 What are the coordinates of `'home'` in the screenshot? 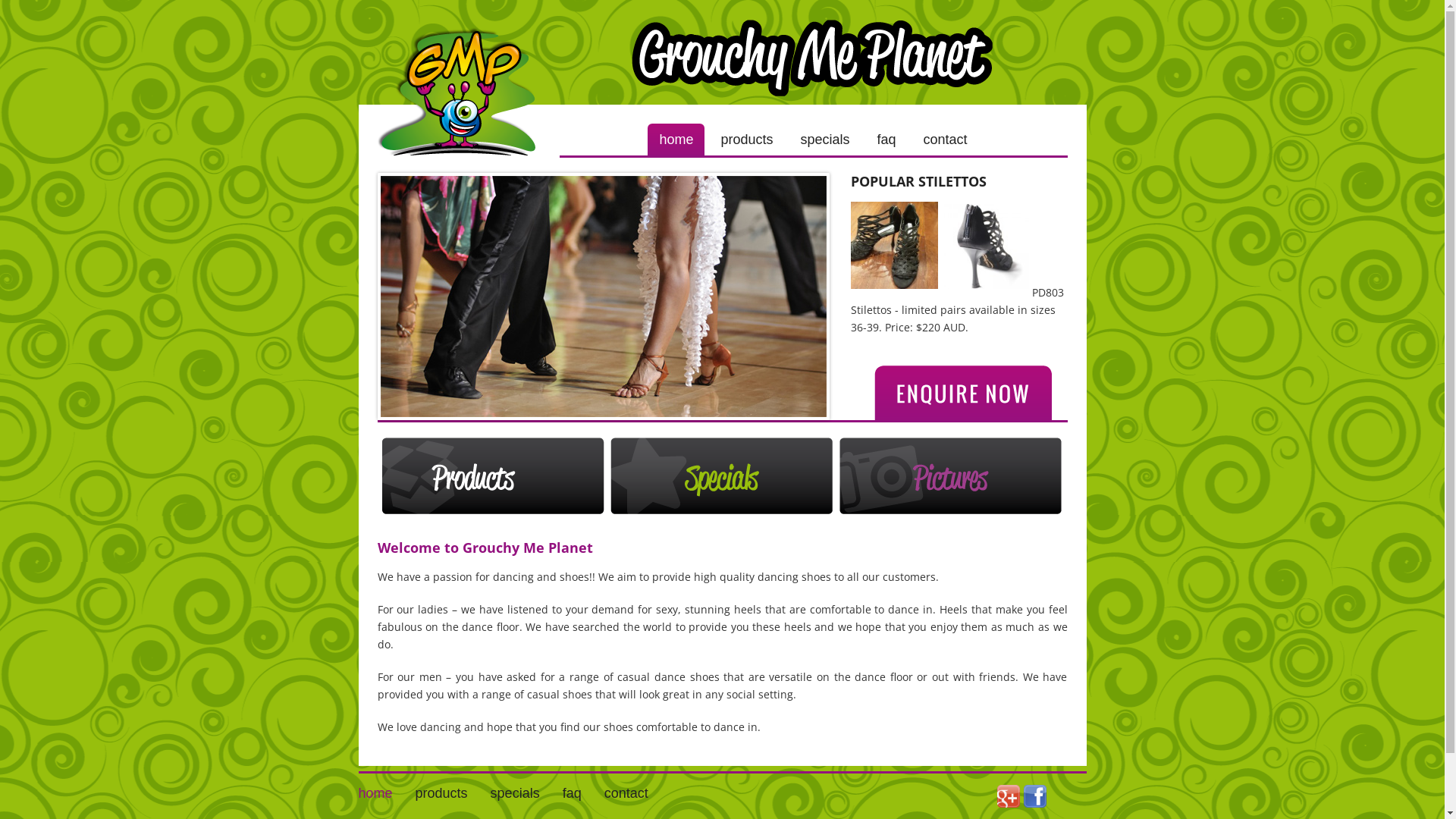 It's located at (375, 792).